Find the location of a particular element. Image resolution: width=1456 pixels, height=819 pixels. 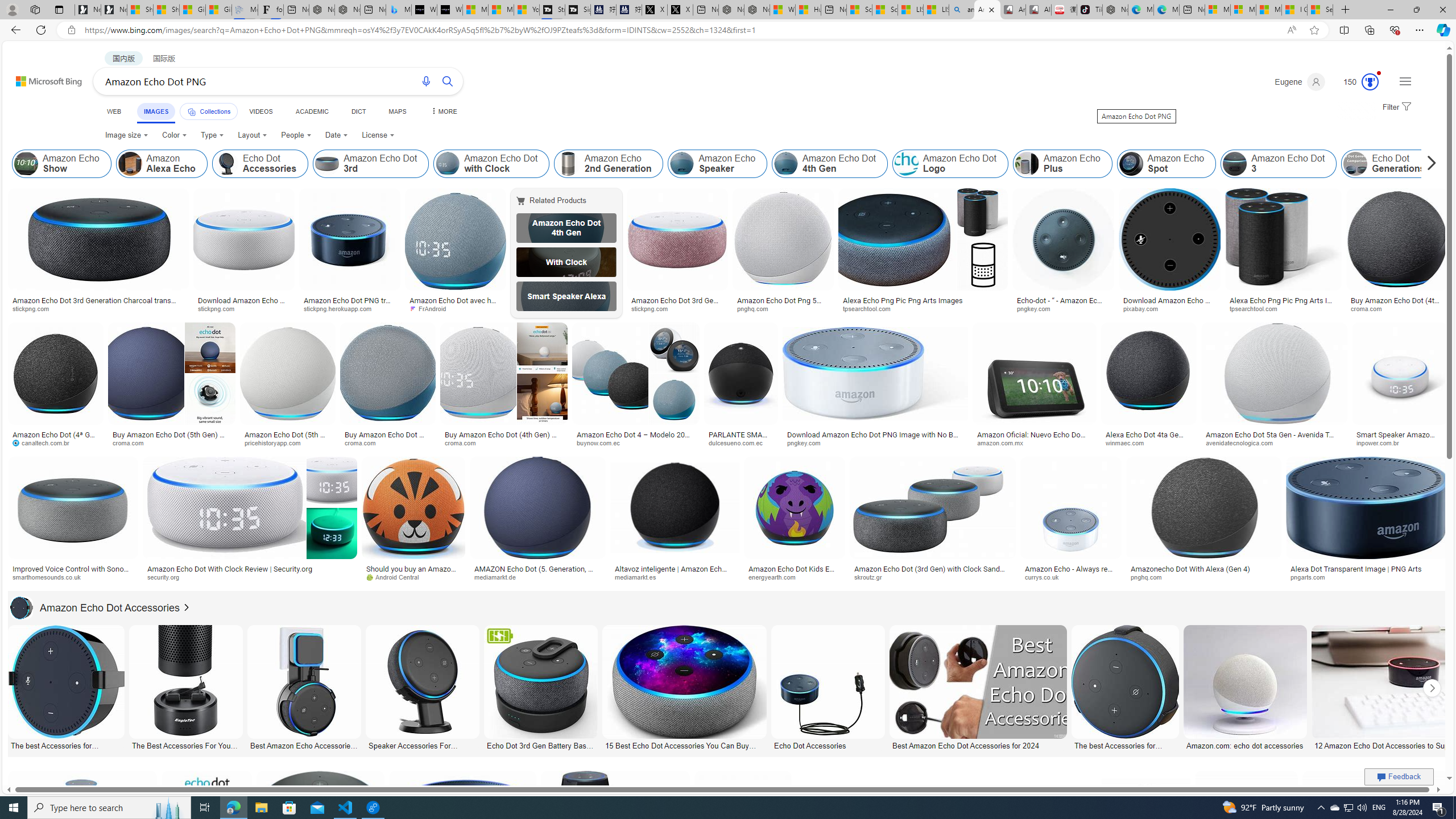

'Amazon Echo Dot PNG - Search Images' is located at coordinates (986, 9).